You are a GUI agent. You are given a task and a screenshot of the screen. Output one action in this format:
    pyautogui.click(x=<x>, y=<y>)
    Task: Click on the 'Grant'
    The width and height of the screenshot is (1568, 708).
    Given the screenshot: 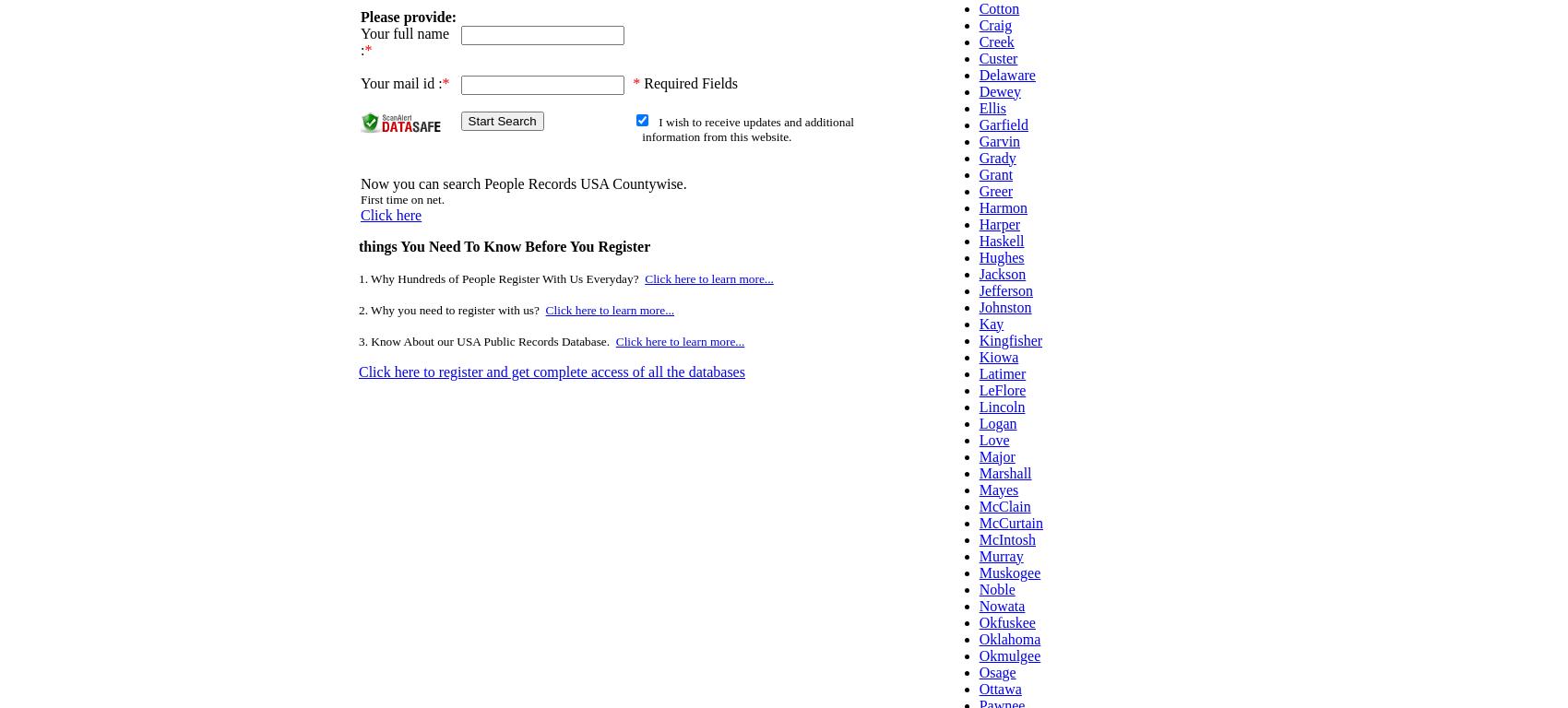 What is the action you would take?
    pyautogui.click(x=995, y=173)
    